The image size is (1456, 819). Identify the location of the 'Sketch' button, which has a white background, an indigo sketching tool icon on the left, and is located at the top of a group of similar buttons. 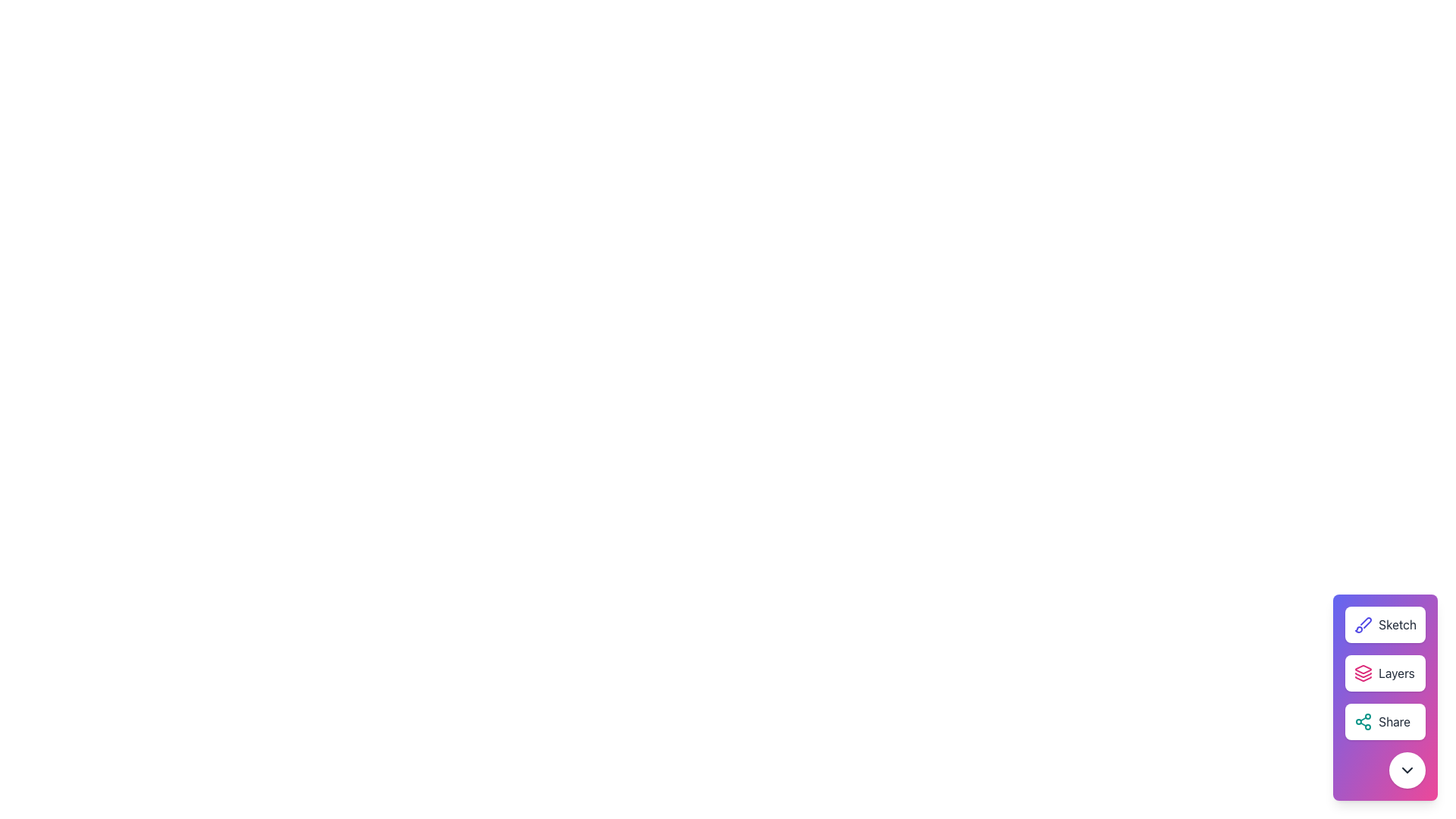
(1385, 625).